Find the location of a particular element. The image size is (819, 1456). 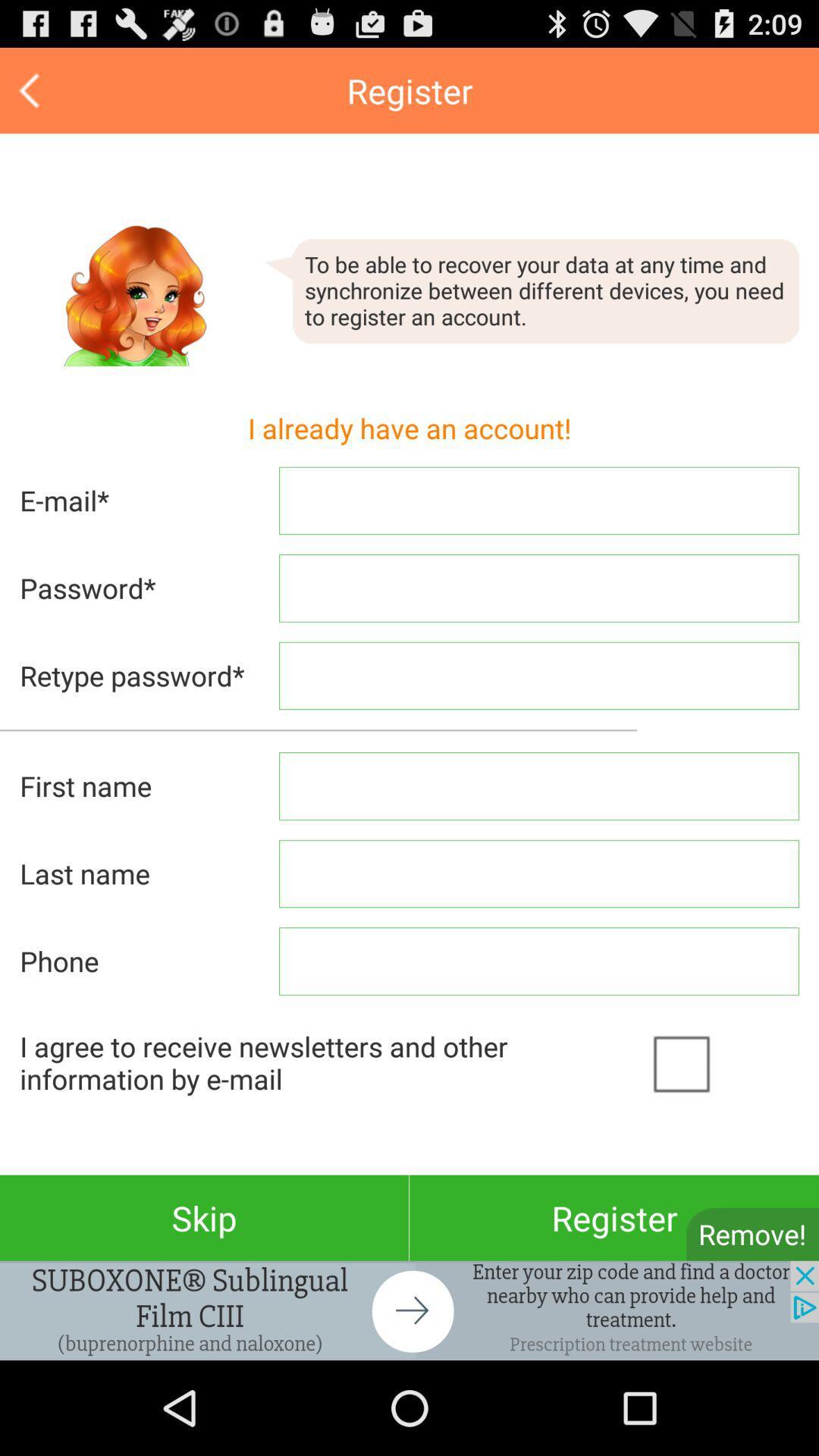

check box is located at coordinates (720, 1062).